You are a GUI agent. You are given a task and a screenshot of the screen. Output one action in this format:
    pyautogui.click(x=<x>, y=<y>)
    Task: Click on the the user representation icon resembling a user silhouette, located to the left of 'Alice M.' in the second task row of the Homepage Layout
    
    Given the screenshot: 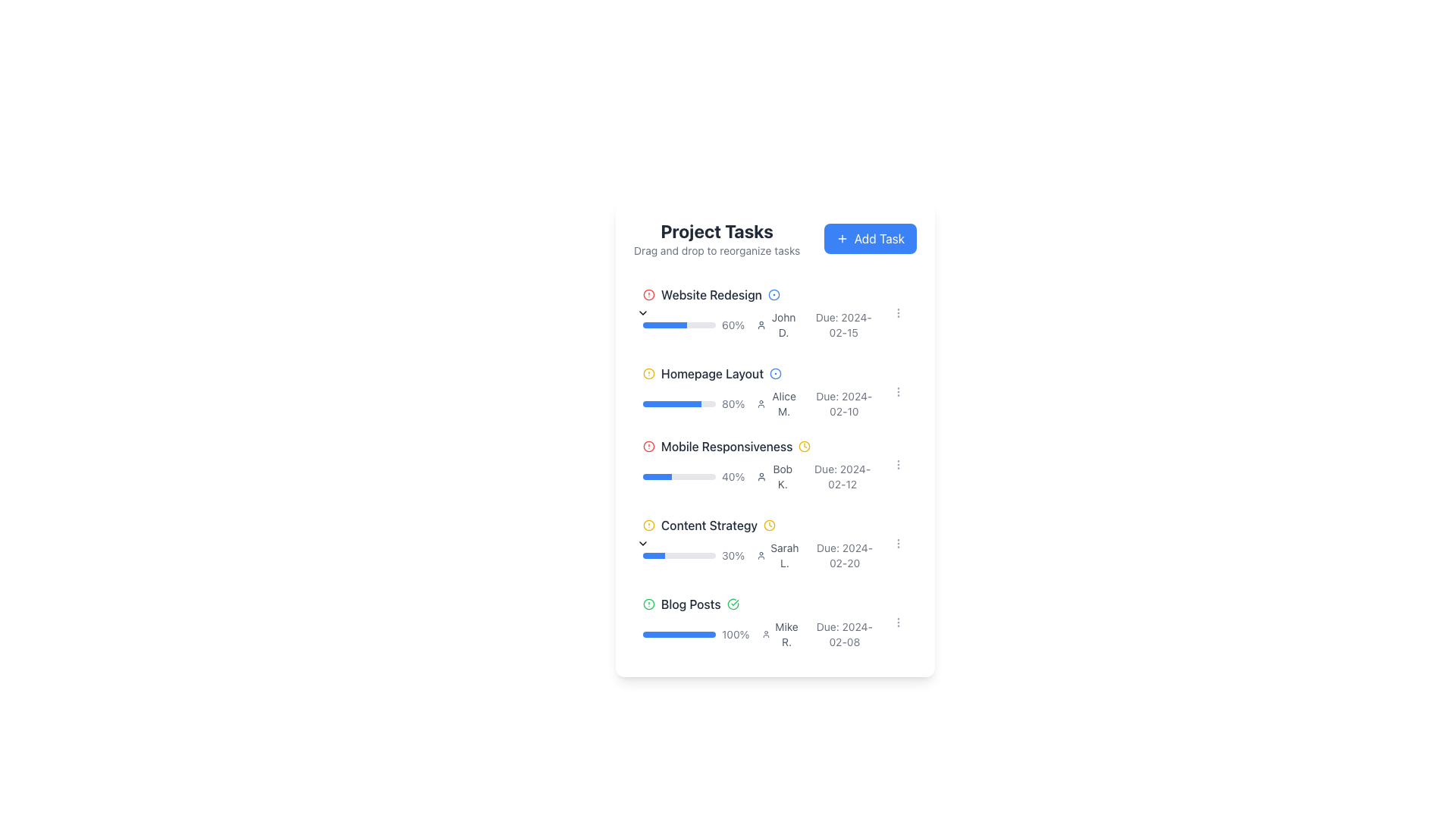 What is the action you would take?
    pyautogui.click(x=761, y=403)
    